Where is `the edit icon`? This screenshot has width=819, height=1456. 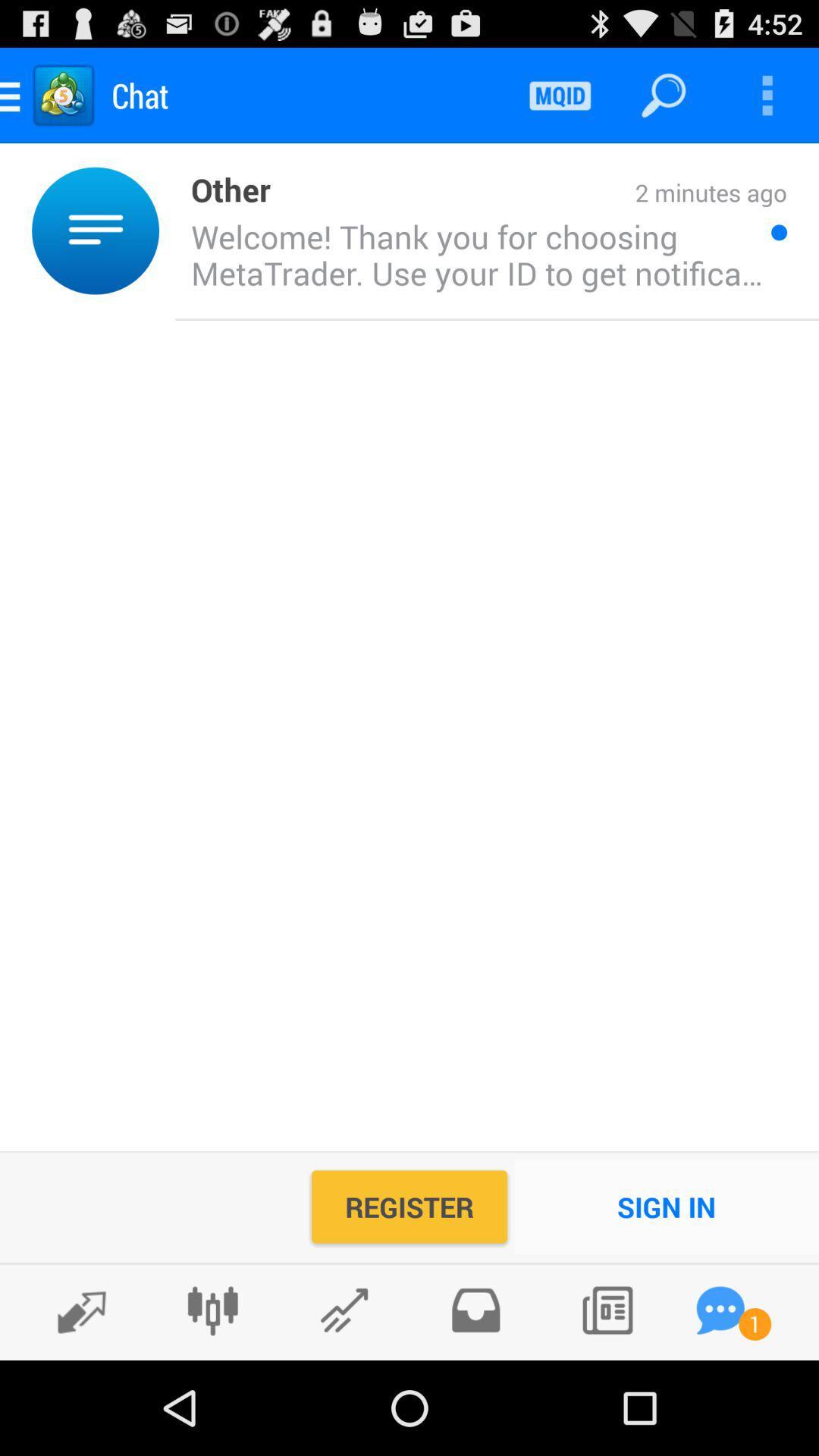
the edit icon is located at coordinates (344, 1401).